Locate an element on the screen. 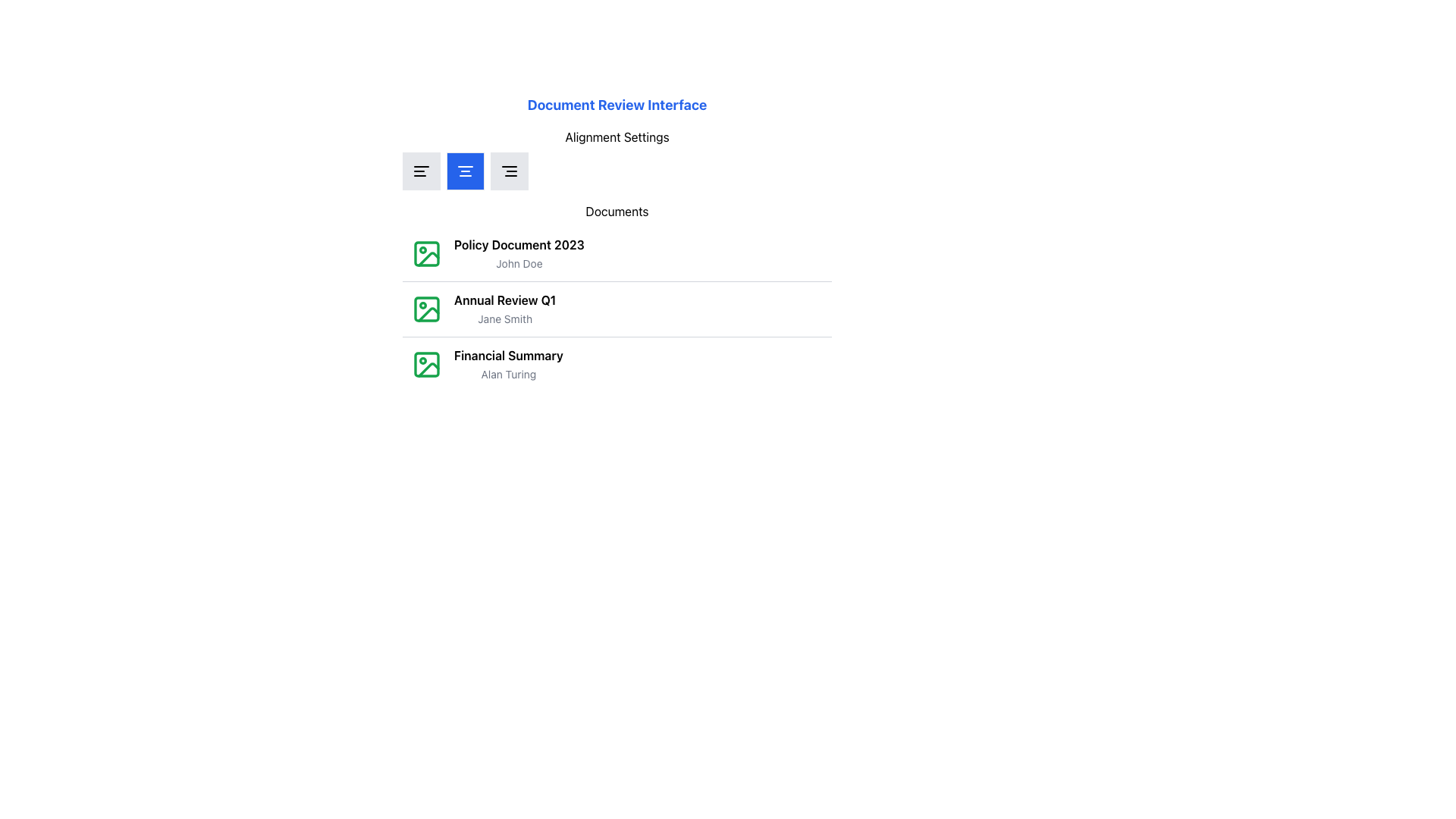  the third list item under the 'Documents' section, which features a green landscape icon and the text 'Financial Summary' by Alan Turing is located at coordinates (487, 365).